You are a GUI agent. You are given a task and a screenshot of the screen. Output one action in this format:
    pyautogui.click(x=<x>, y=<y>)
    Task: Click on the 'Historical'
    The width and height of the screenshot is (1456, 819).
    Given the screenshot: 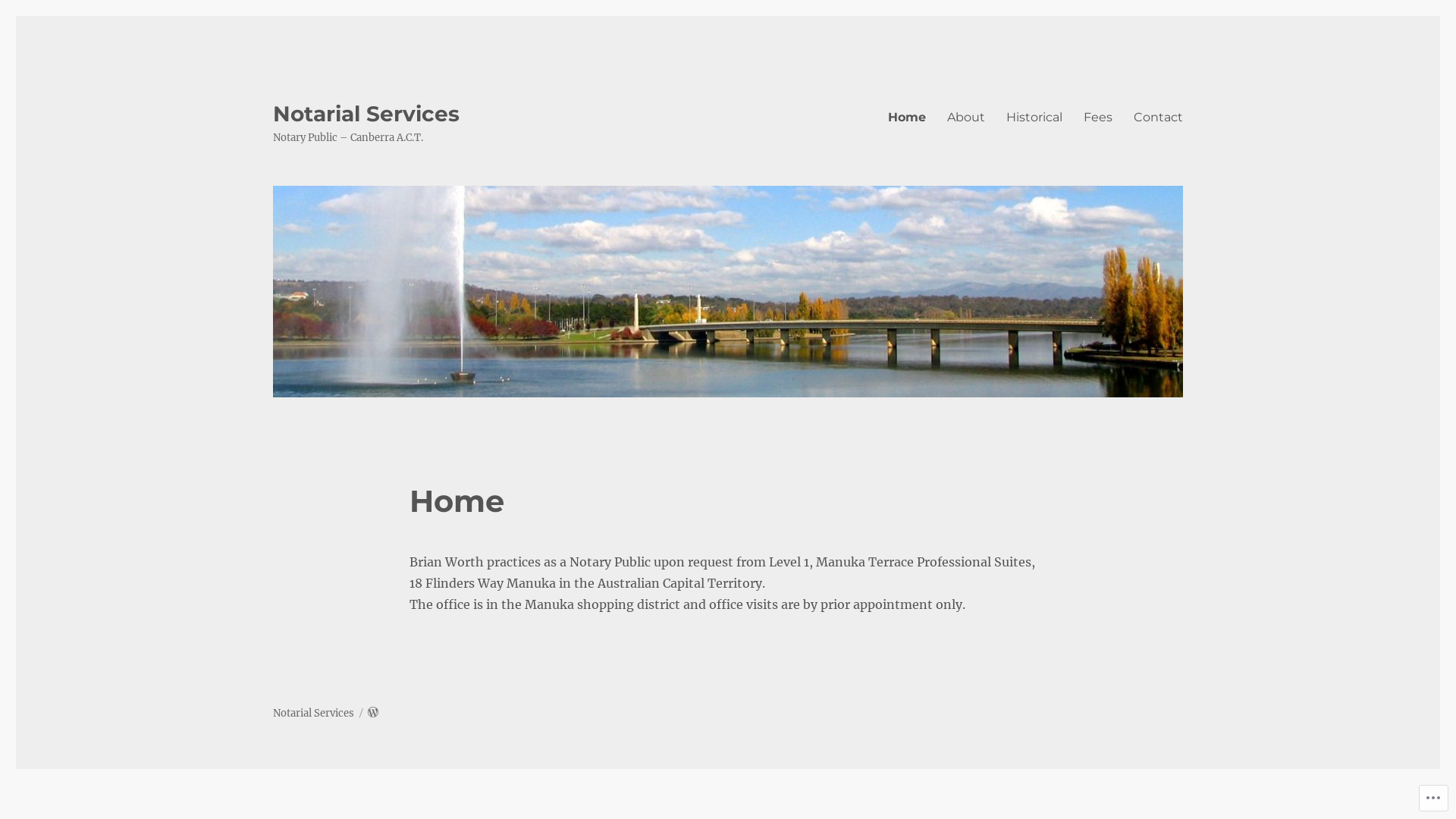 What is the action you would take?
    pyautogui.click(x=1033, y=116)
    